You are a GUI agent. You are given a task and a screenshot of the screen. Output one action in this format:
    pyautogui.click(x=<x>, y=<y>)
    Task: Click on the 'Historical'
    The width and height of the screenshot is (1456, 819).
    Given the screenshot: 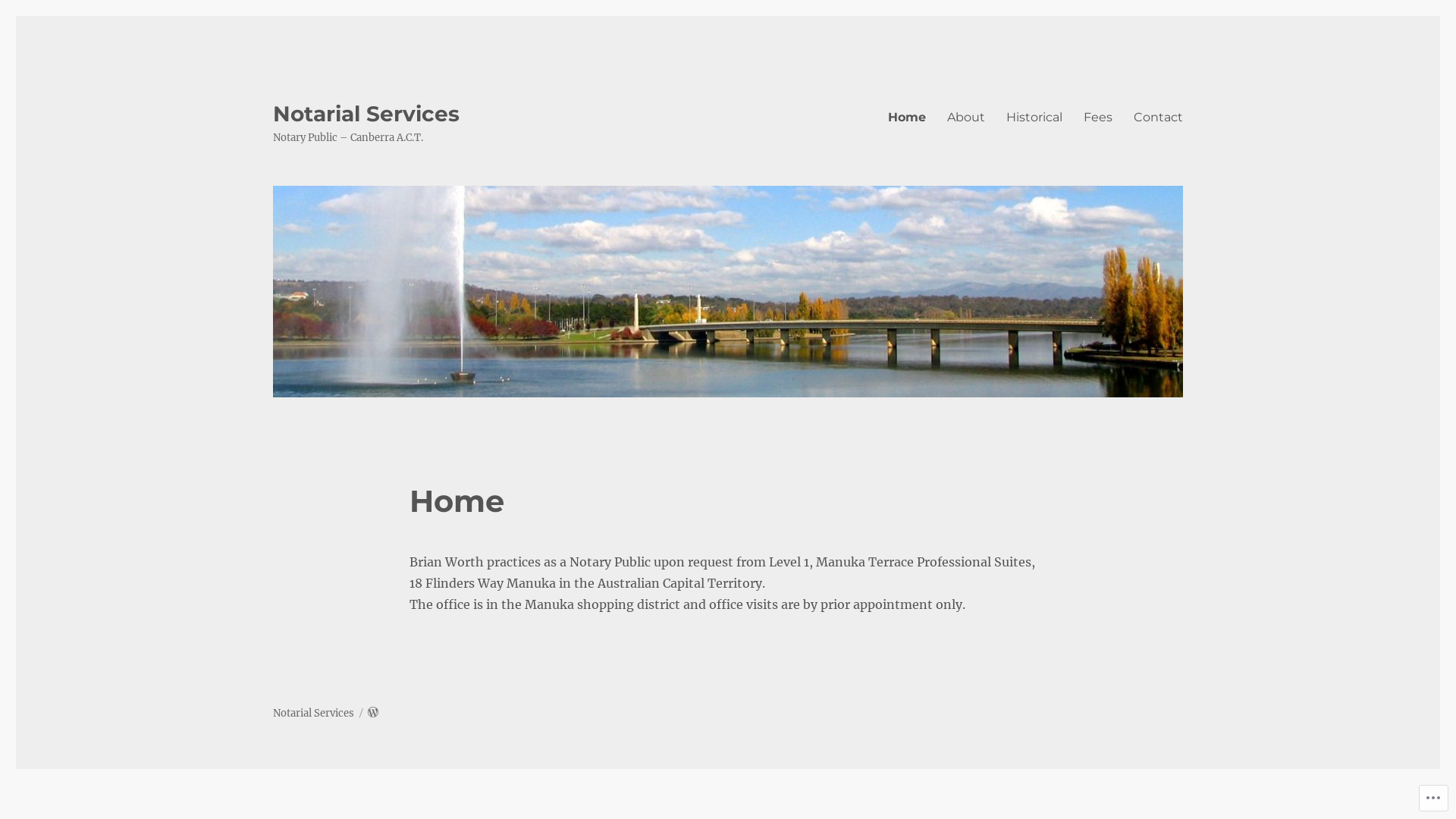 What is the action you would take?
    pyautogui.click(x=1033, y=116)
    